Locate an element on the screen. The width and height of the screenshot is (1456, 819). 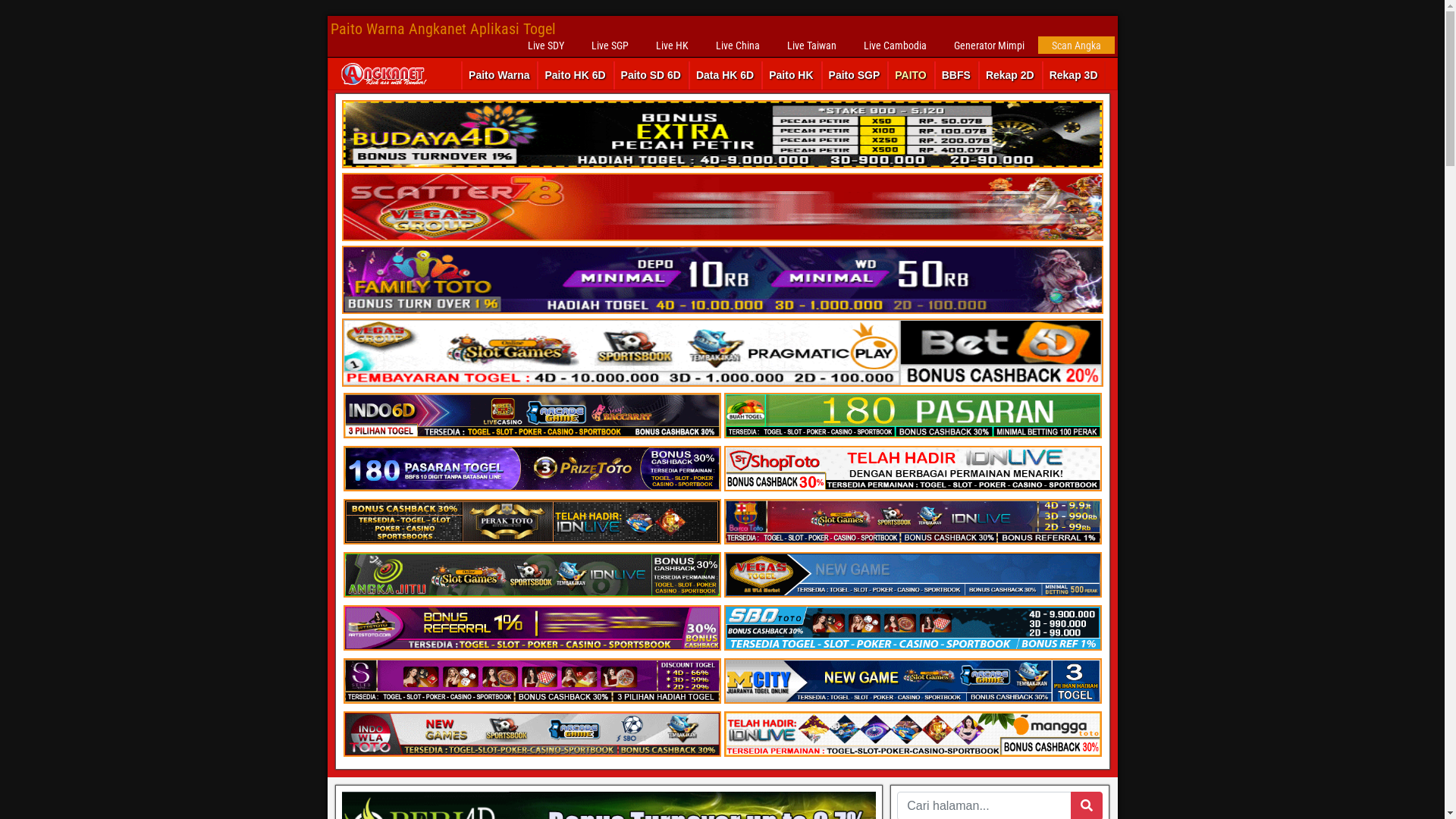
'Bandar Judi Online Terpercaya SHOPTOTO' is located at coordinates (912, 467).